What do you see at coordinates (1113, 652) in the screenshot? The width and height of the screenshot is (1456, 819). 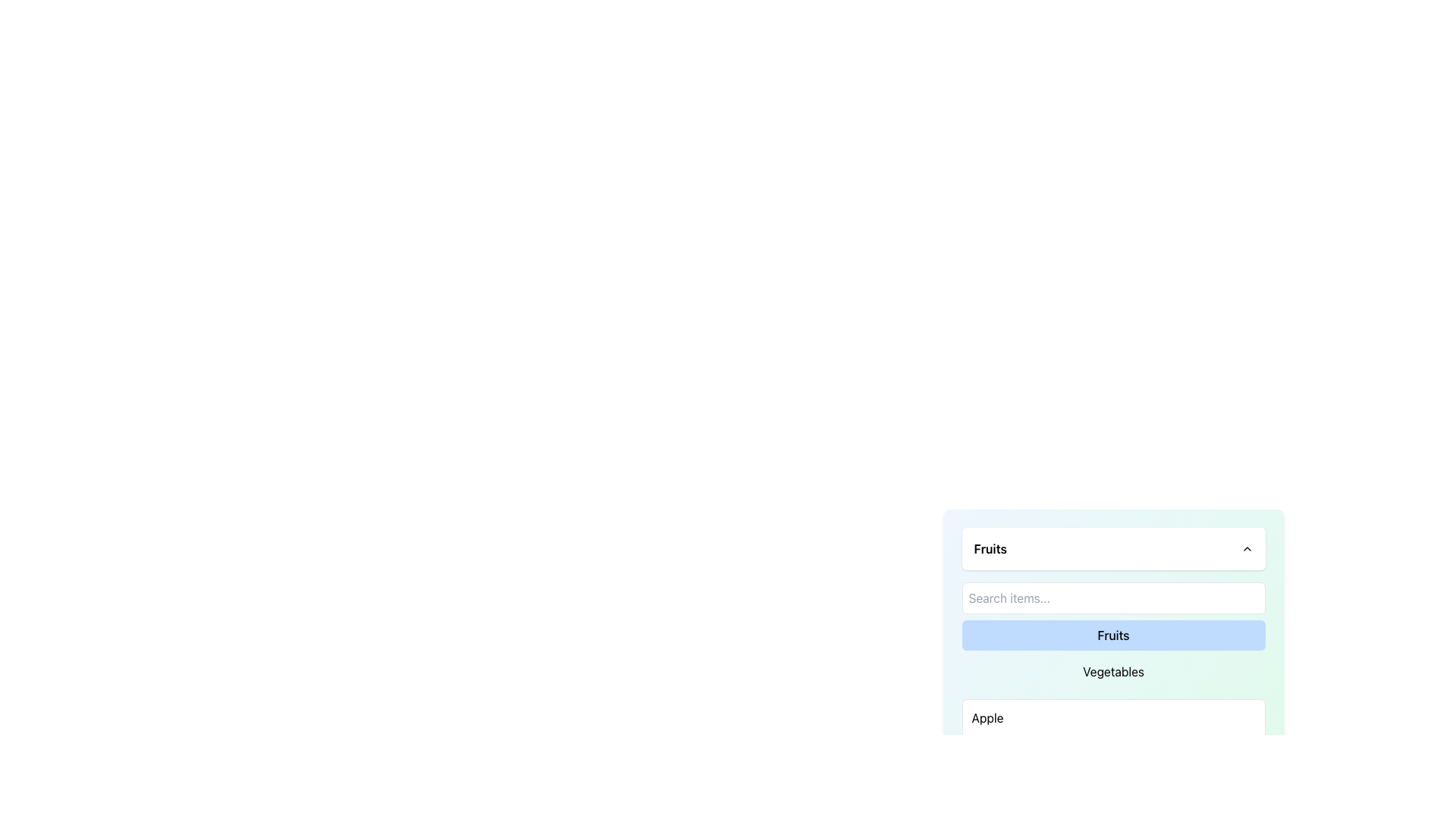 I see `the Category selector options, which include 'Fruits' with a blue background and 'Vegetables' with a white background` at bounding box center [1113, 652].